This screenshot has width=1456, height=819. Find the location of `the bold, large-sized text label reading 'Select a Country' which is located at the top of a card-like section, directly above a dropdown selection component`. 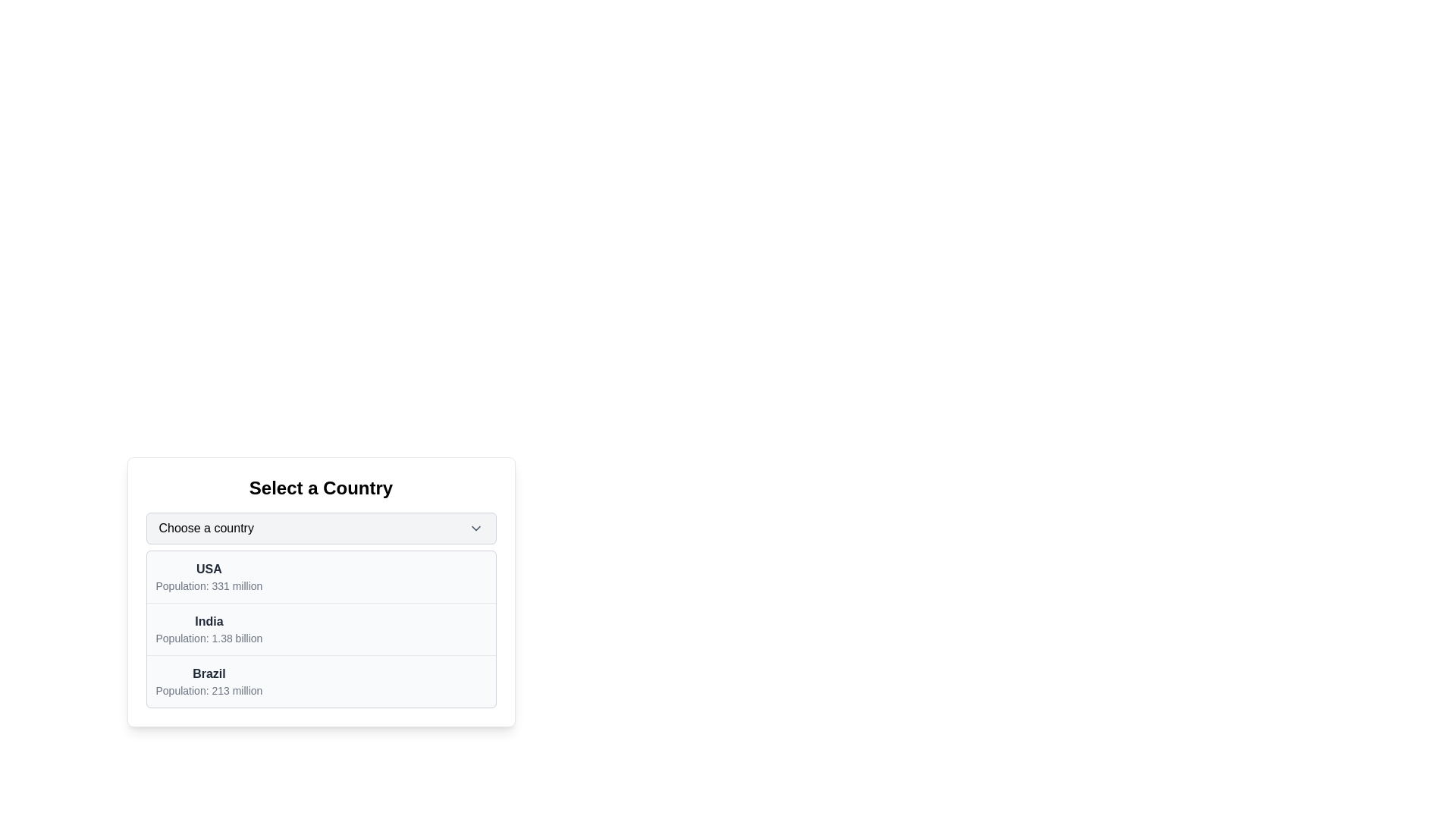

the bold, large-sized text label reading 'Select a Country' which is located at the top of a card-like section, directly above a dropdown selection component is located at coordinates (320, 488).